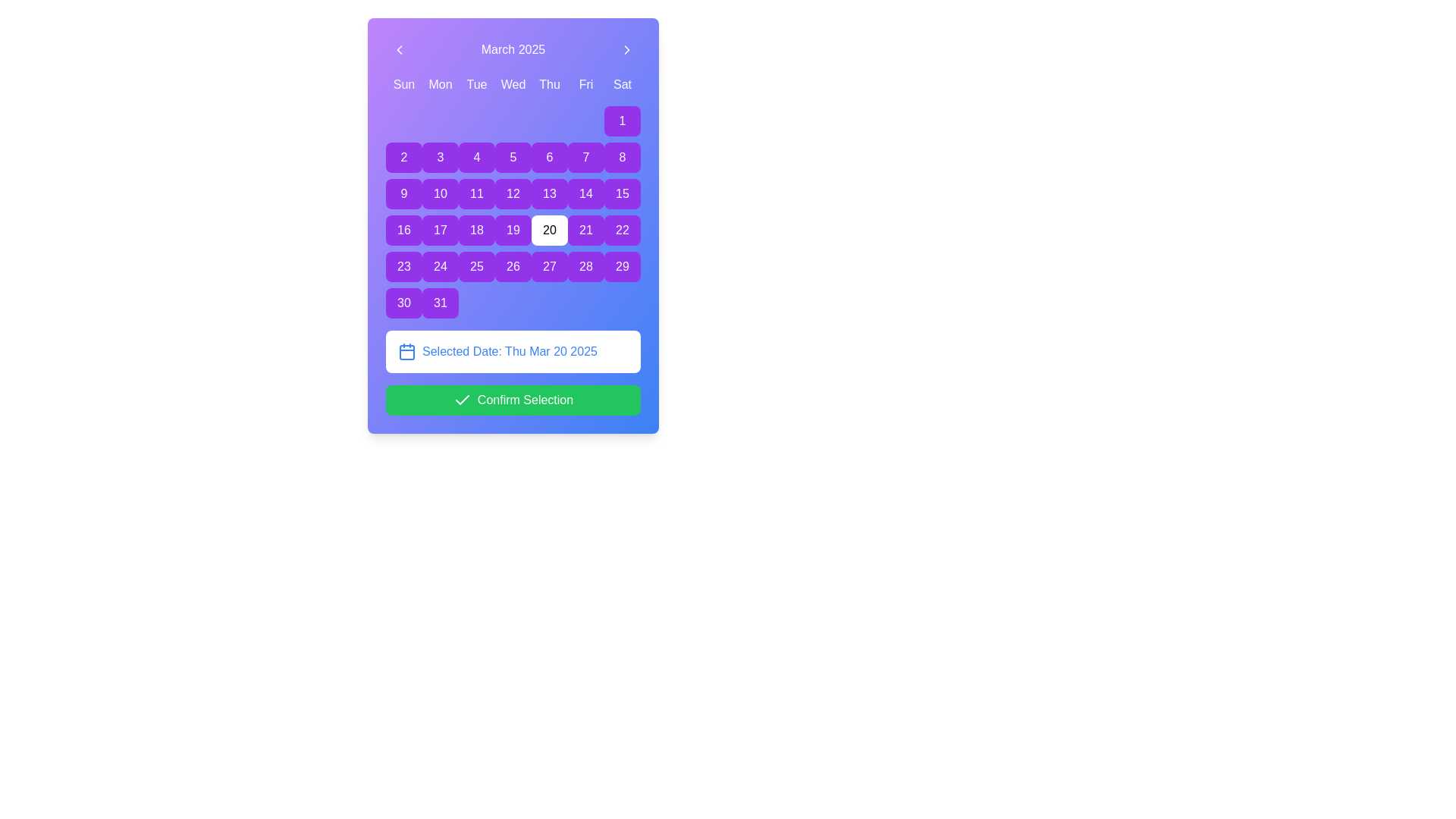 This screenshot has width=1456, height=819. Describe the element at coordinates (513, 193) in the screenshot. I see `the button with the number '12' displayed in white text and a purple background, located in the third row, fourth column of the grid` at that location.